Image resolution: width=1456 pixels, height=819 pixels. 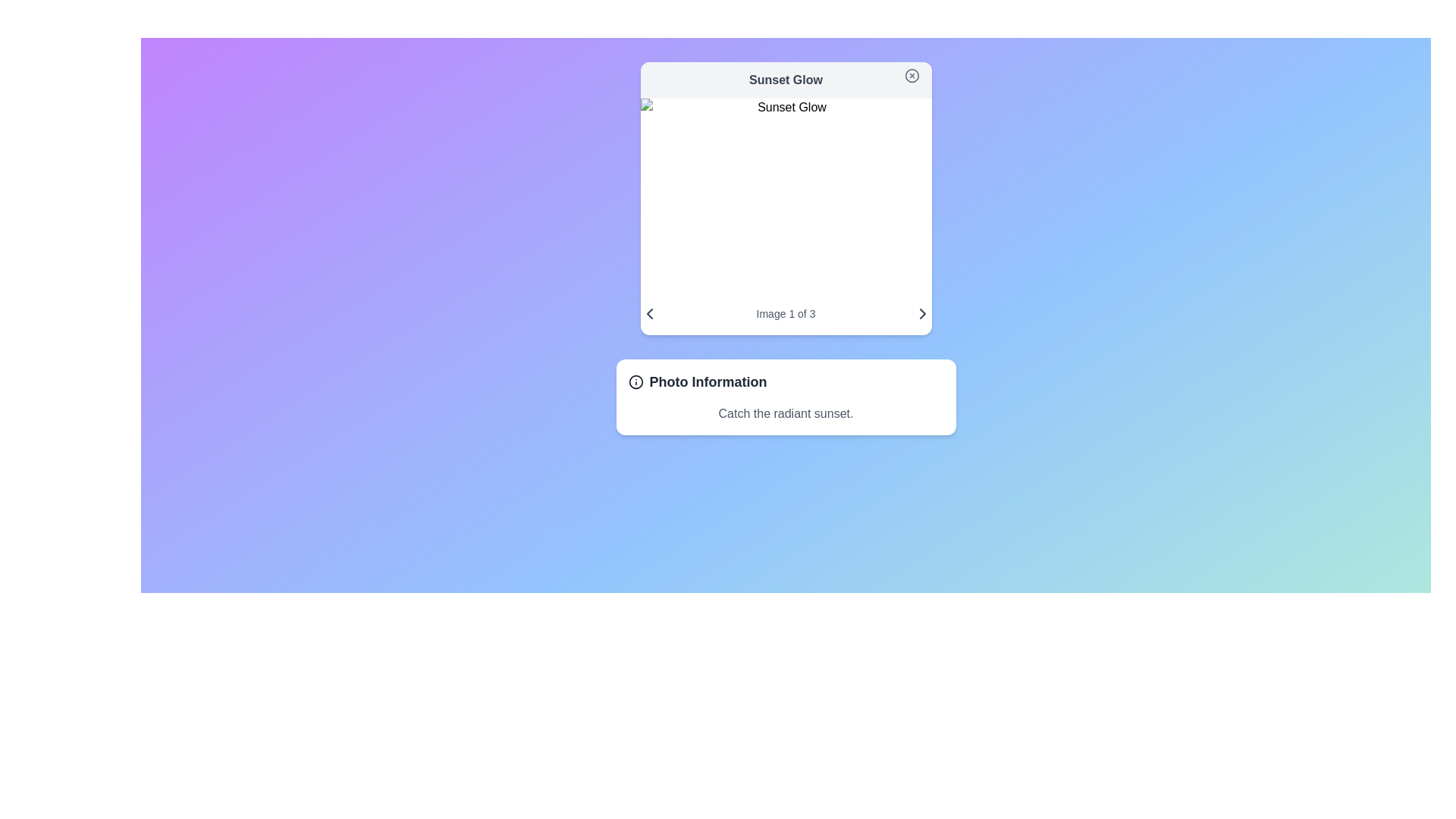 I want to click on the small left-facing chevron icon button located on the left side of the panel displaying 'Image 1 of 3', so click(x=649, y=312).